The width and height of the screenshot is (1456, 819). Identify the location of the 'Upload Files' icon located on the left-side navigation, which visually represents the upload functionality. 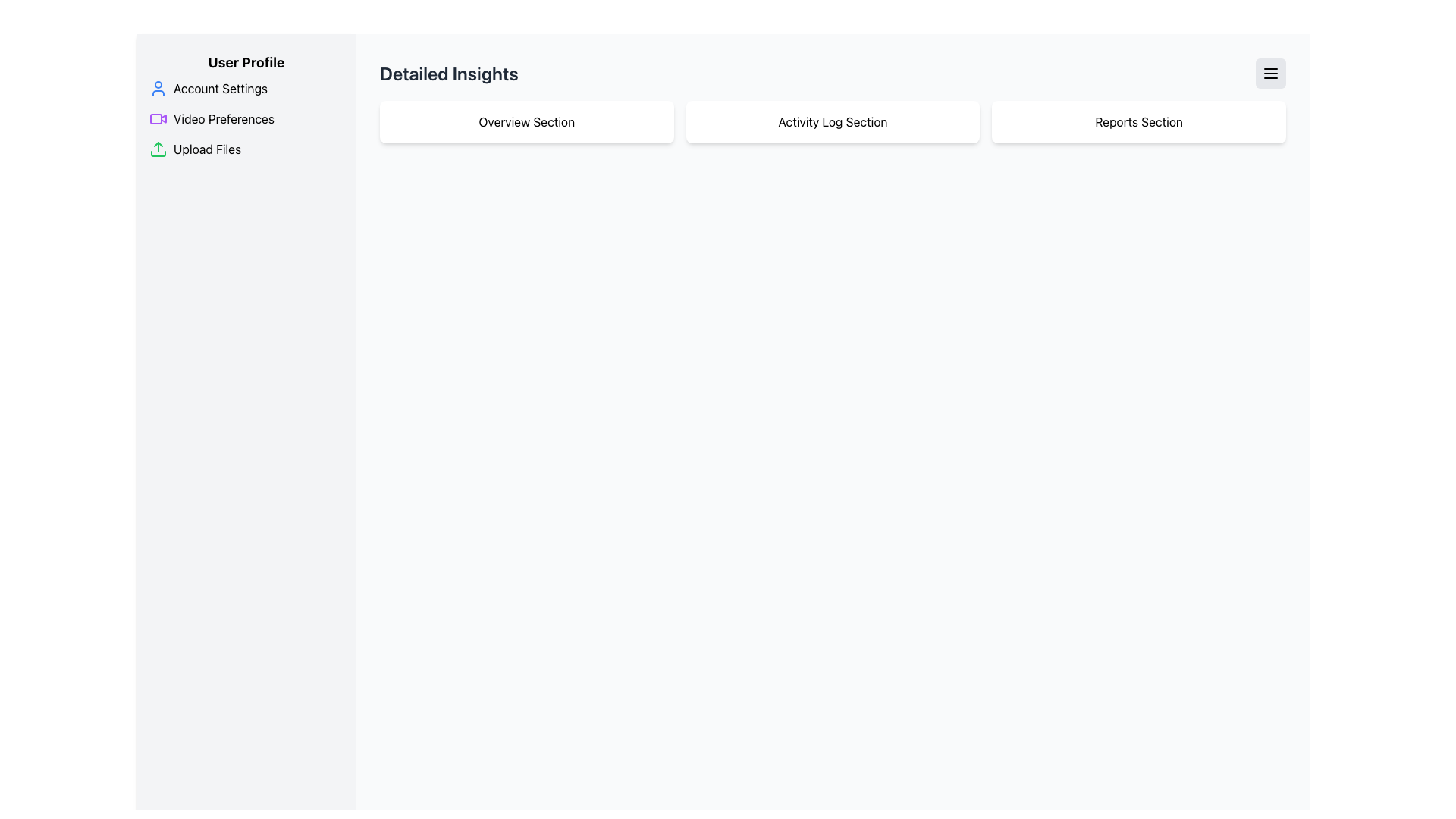
(158, 149).